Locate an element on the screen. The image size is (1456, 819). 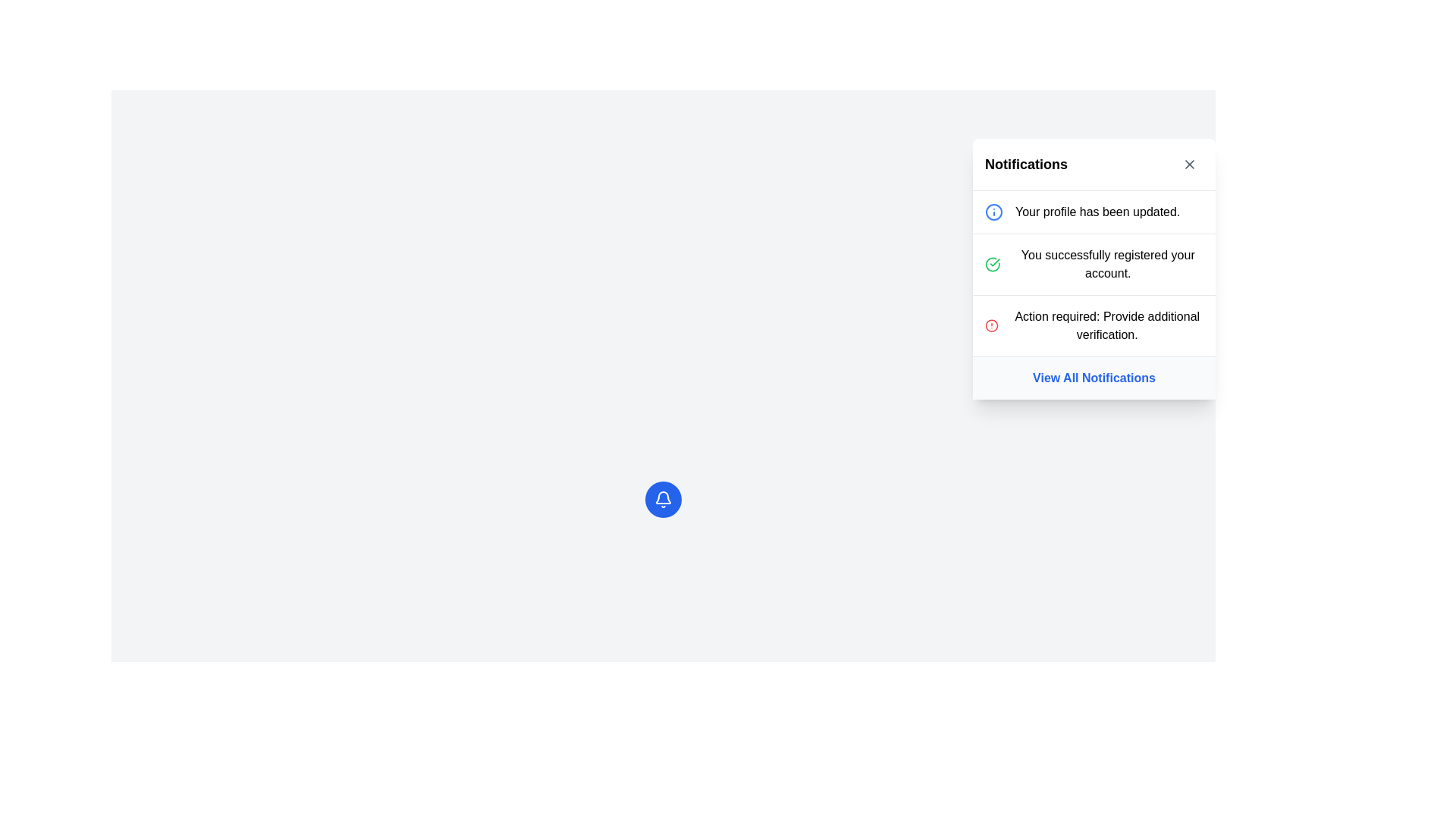
the navigational link at the bottom of the notifications panel is located at coordinates (1094, 376).